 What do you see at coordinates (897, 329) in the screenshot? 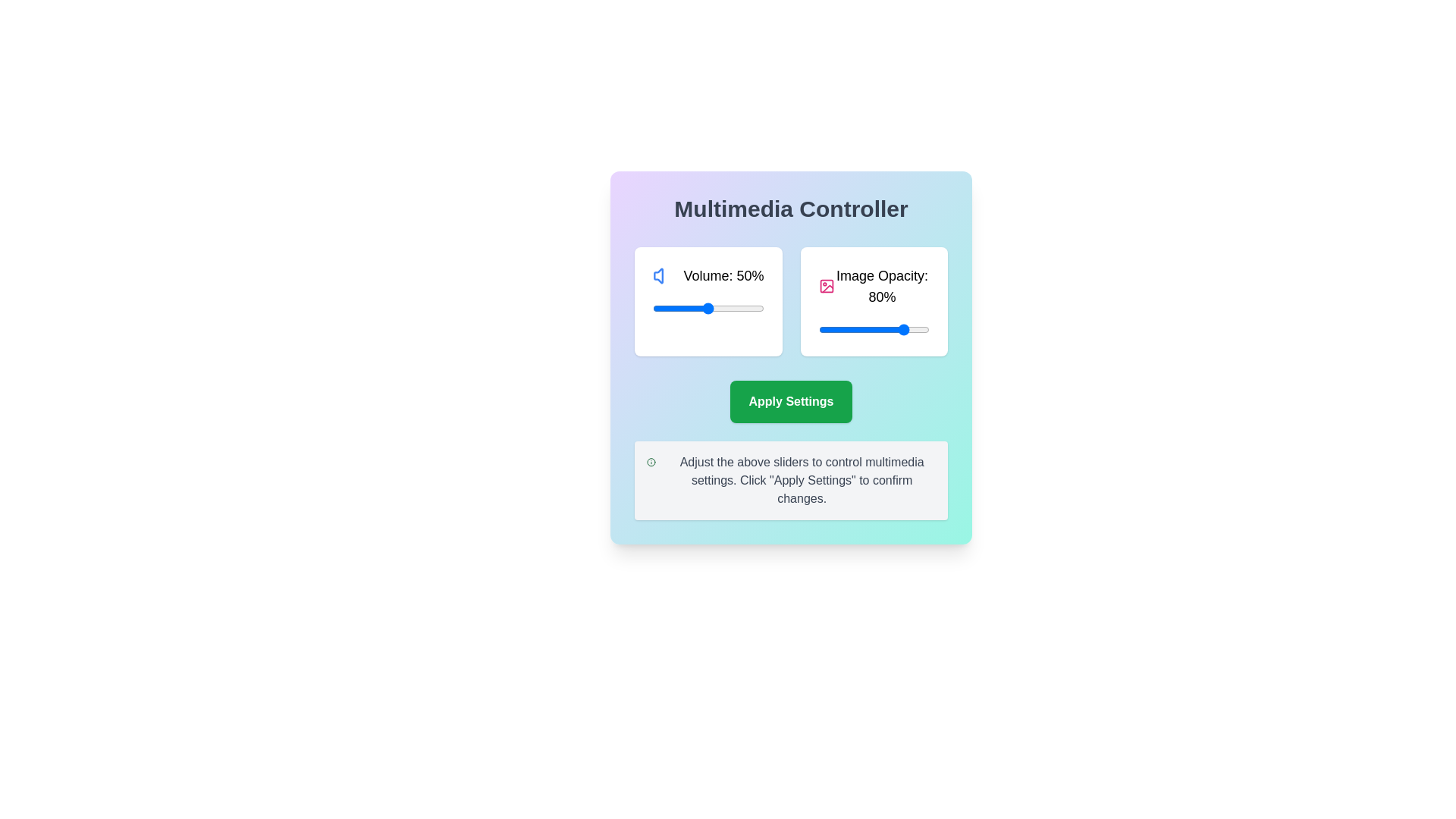
I see `the image opacity slider to set the transparency to 71%` at bounding box center [897, 329].